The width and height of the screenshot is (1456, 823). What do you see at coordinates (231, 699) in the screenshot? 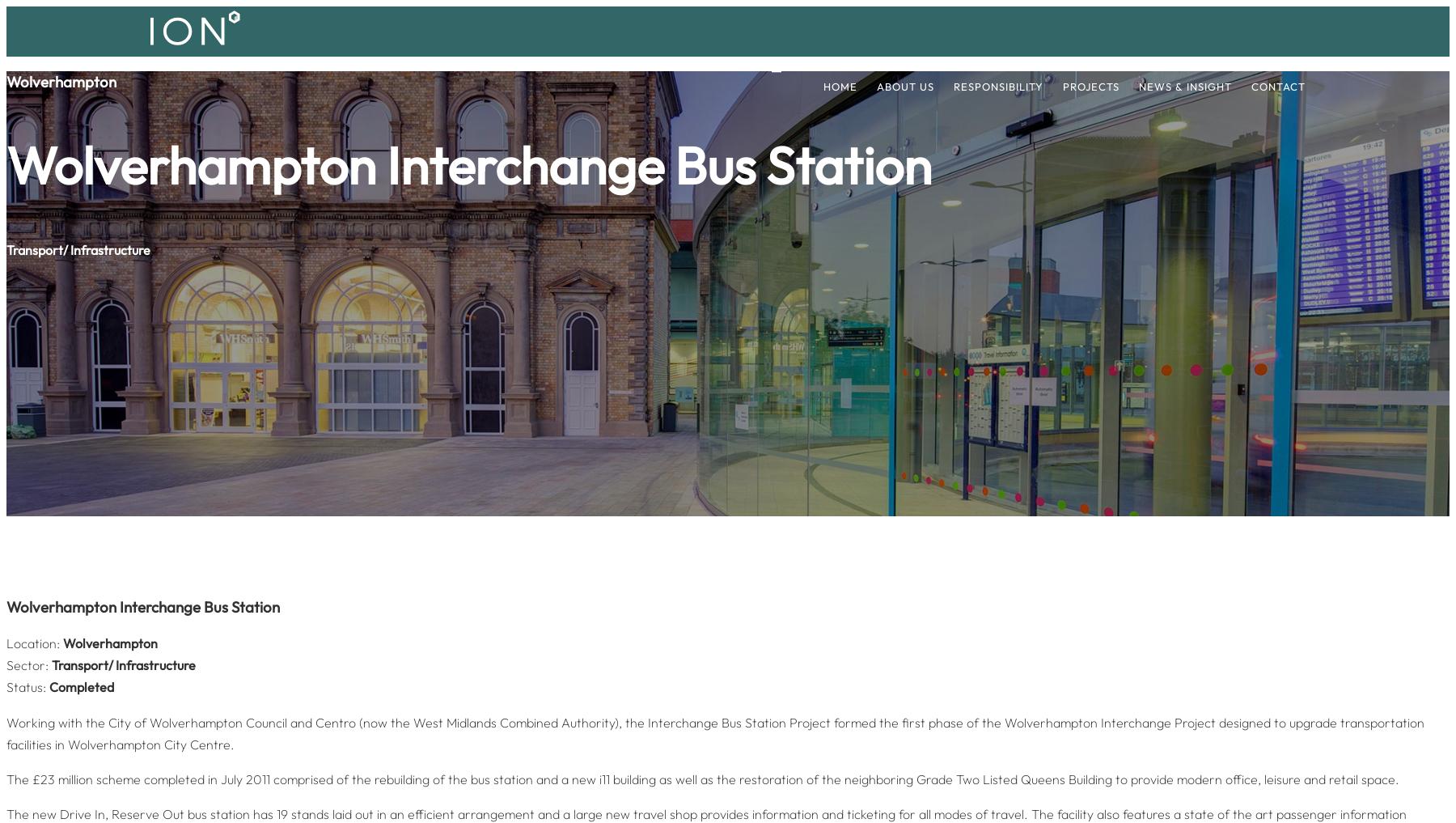
I see `'info@iondevelopments.co.uk'` at bounding box center [231, 699].